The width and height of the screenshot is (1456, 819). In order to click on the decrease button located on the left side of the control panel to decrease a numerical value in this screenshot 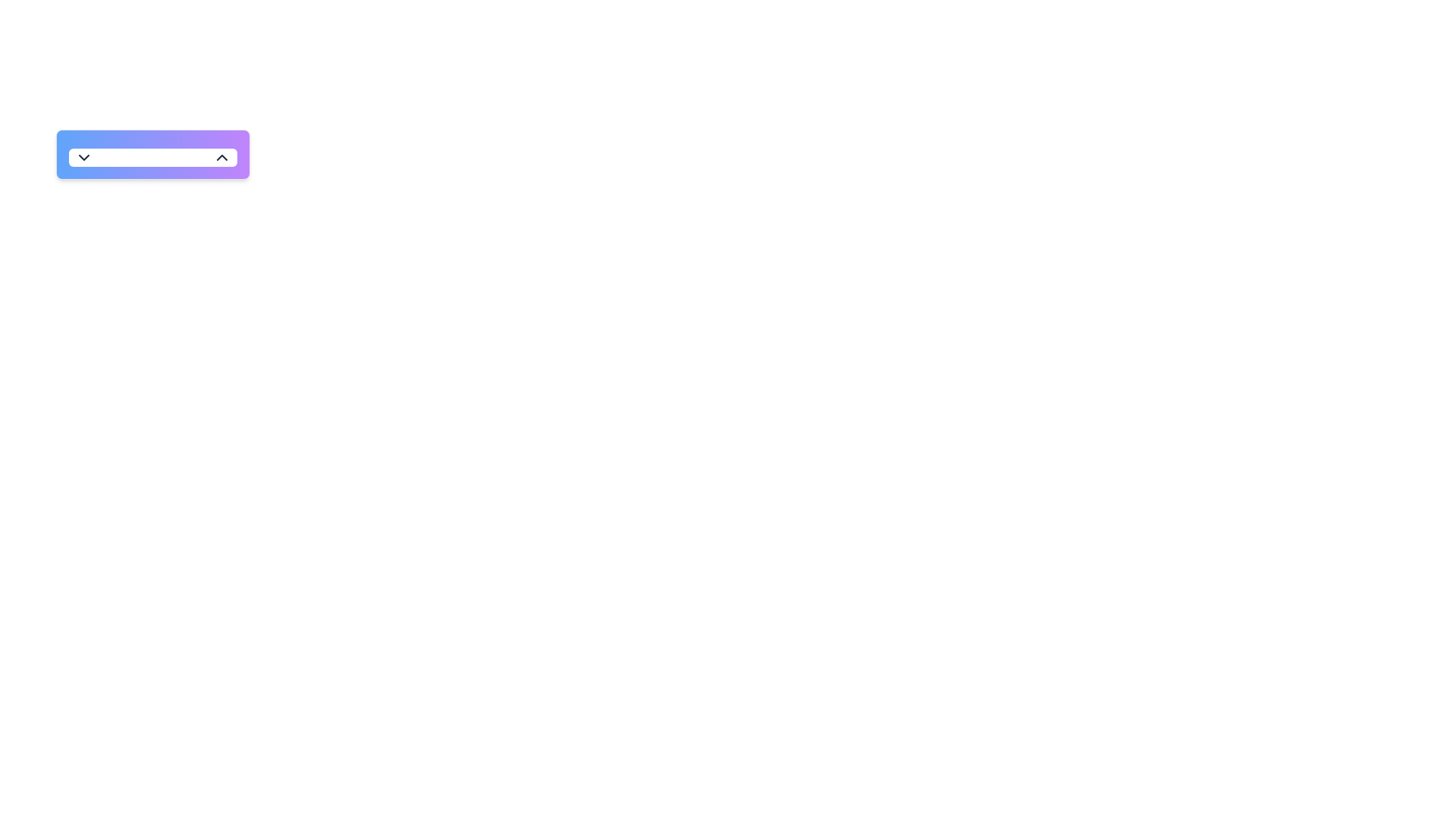, I will do `click(83, 158)`.